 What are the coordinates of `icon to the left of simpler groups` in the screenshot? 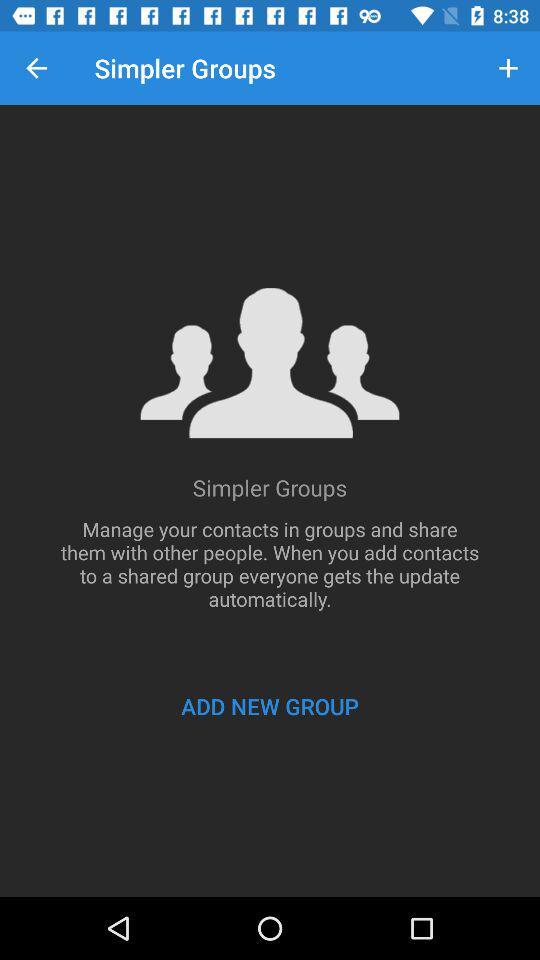 It's located at (36, 68).